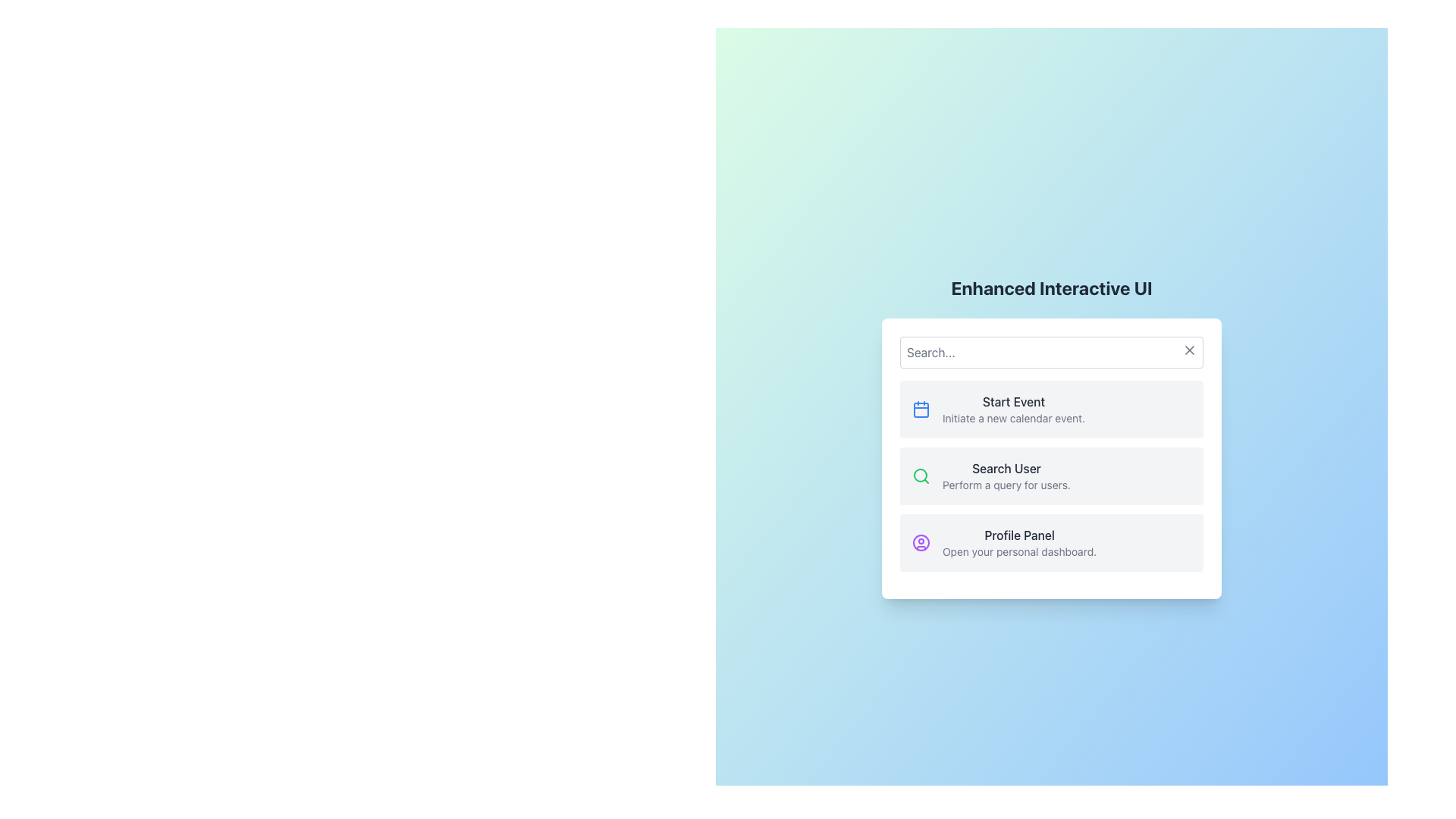 The image size is (1456, 819). What do you see at coordinates (1051, 475) in the screenshot?
I see `the 'Search User' selectable menu item, which is the second item in a vertical list with a light gray background and a green search icon` at bounding box center [1051, 475].